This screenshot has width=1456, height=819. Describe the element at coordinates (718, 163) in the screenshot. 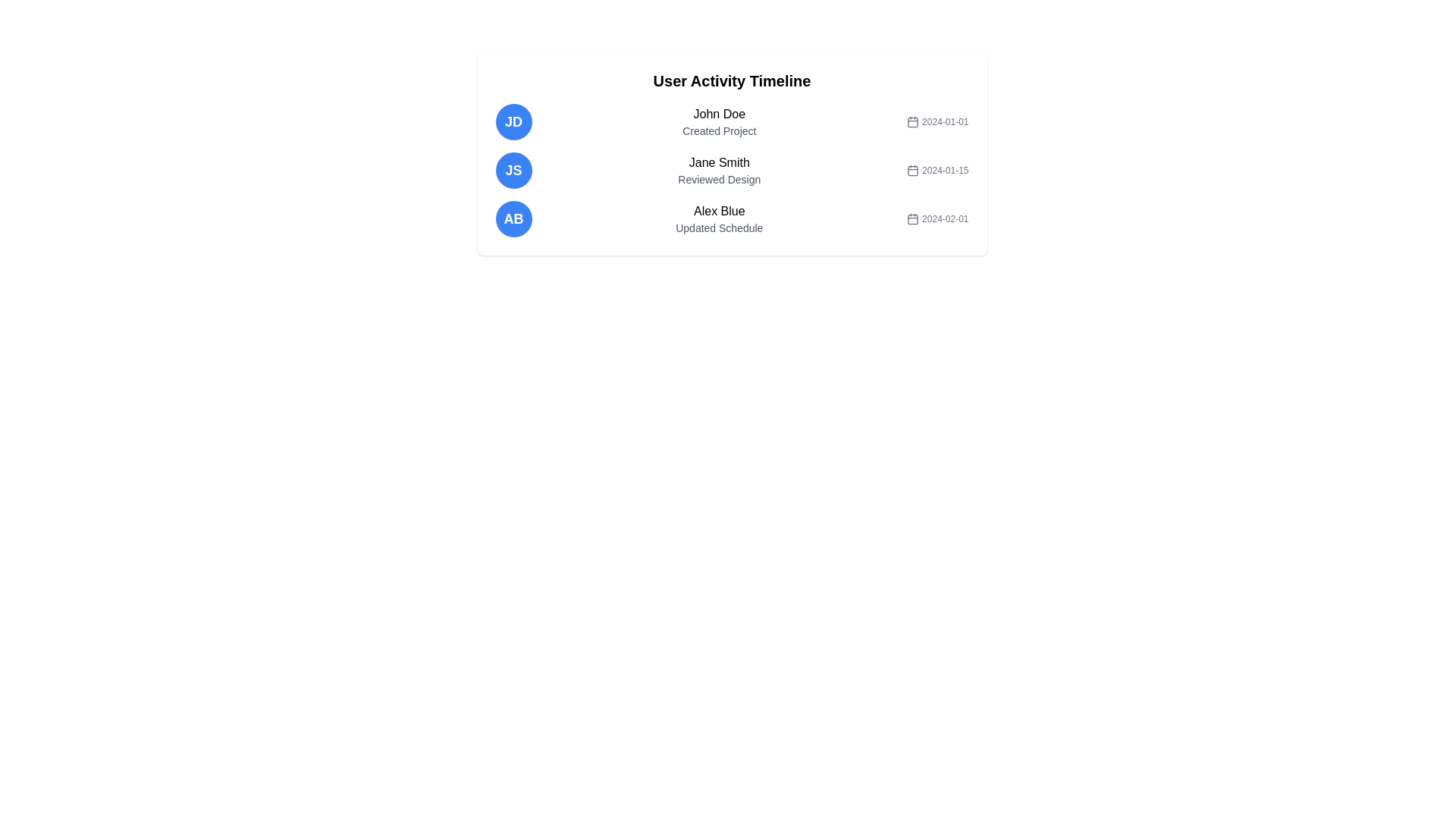

I see `the text label displaying the name 'Jane Smith' in bold black font within the 'User Activity Timeline' section` at that location.